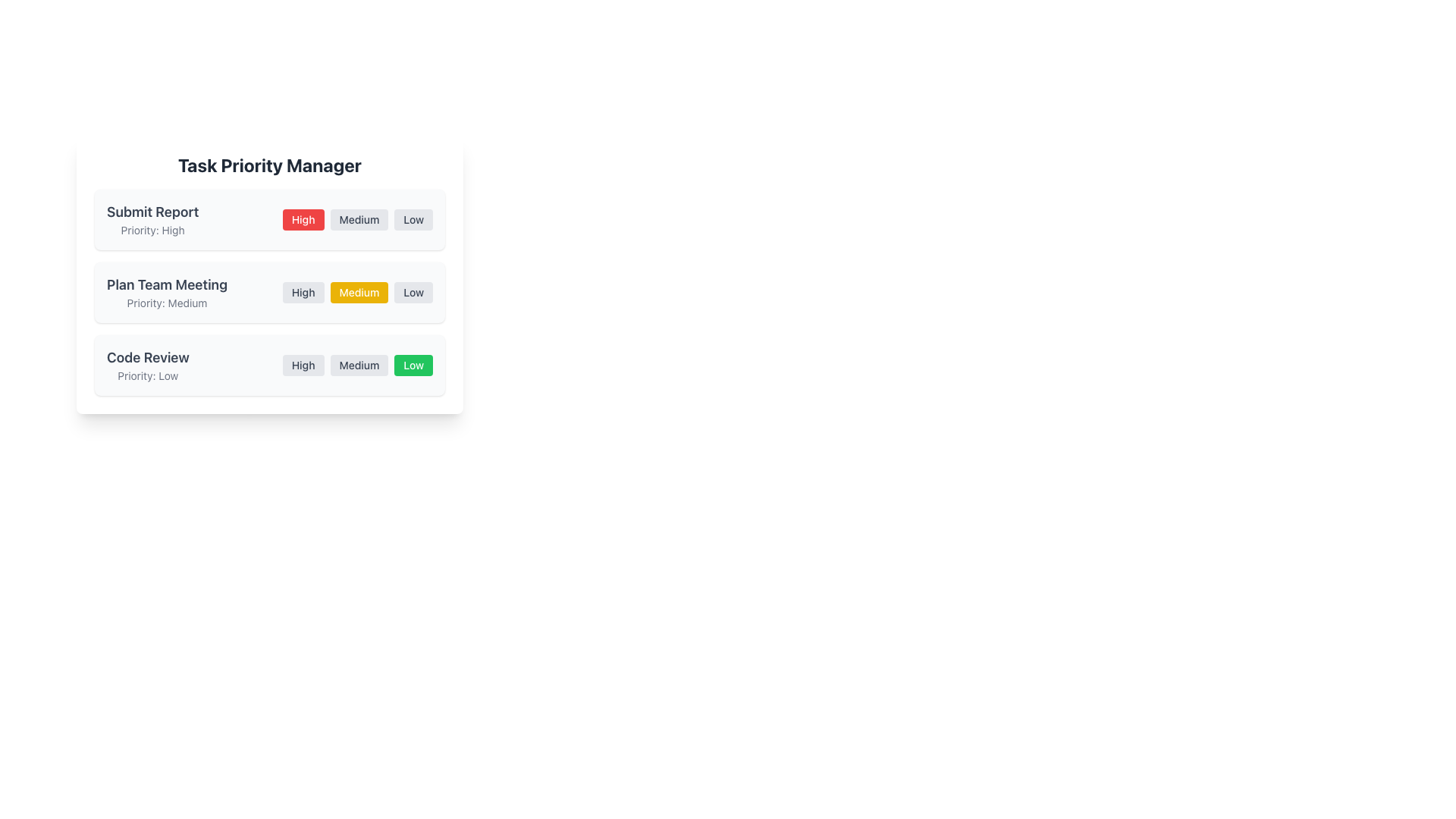 This screenshot has width=1456, height=819. I want to click on the rightmost button labeled 'Low' in the group of three buttons ('High', 'Medium', 'Low') under the title 'Plan Team Meeting', so click(413, 292).